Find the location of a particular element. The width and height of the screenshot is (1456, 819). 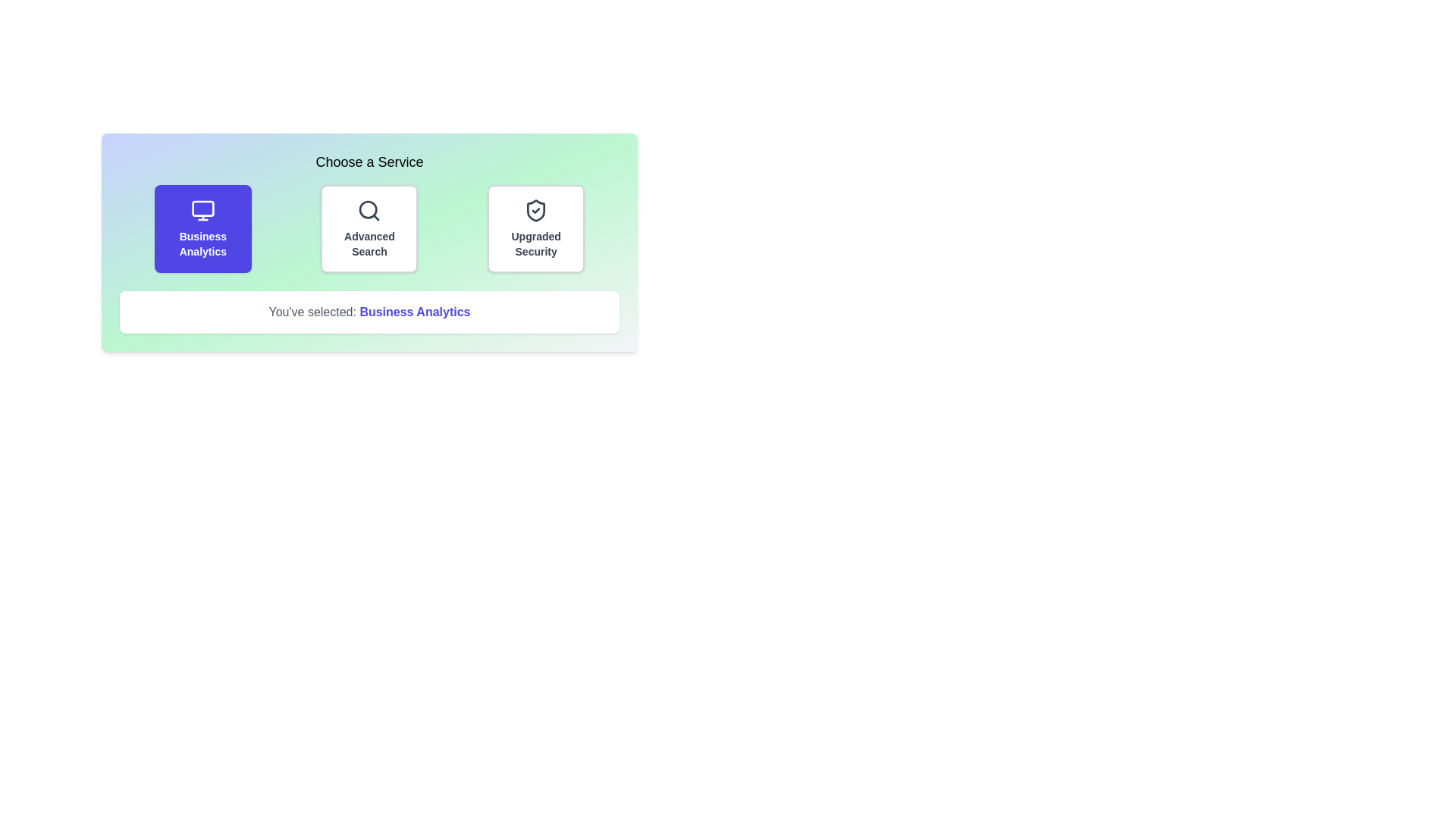

the service button corresponding to Business Analytics is located at coordinates (202, 228).